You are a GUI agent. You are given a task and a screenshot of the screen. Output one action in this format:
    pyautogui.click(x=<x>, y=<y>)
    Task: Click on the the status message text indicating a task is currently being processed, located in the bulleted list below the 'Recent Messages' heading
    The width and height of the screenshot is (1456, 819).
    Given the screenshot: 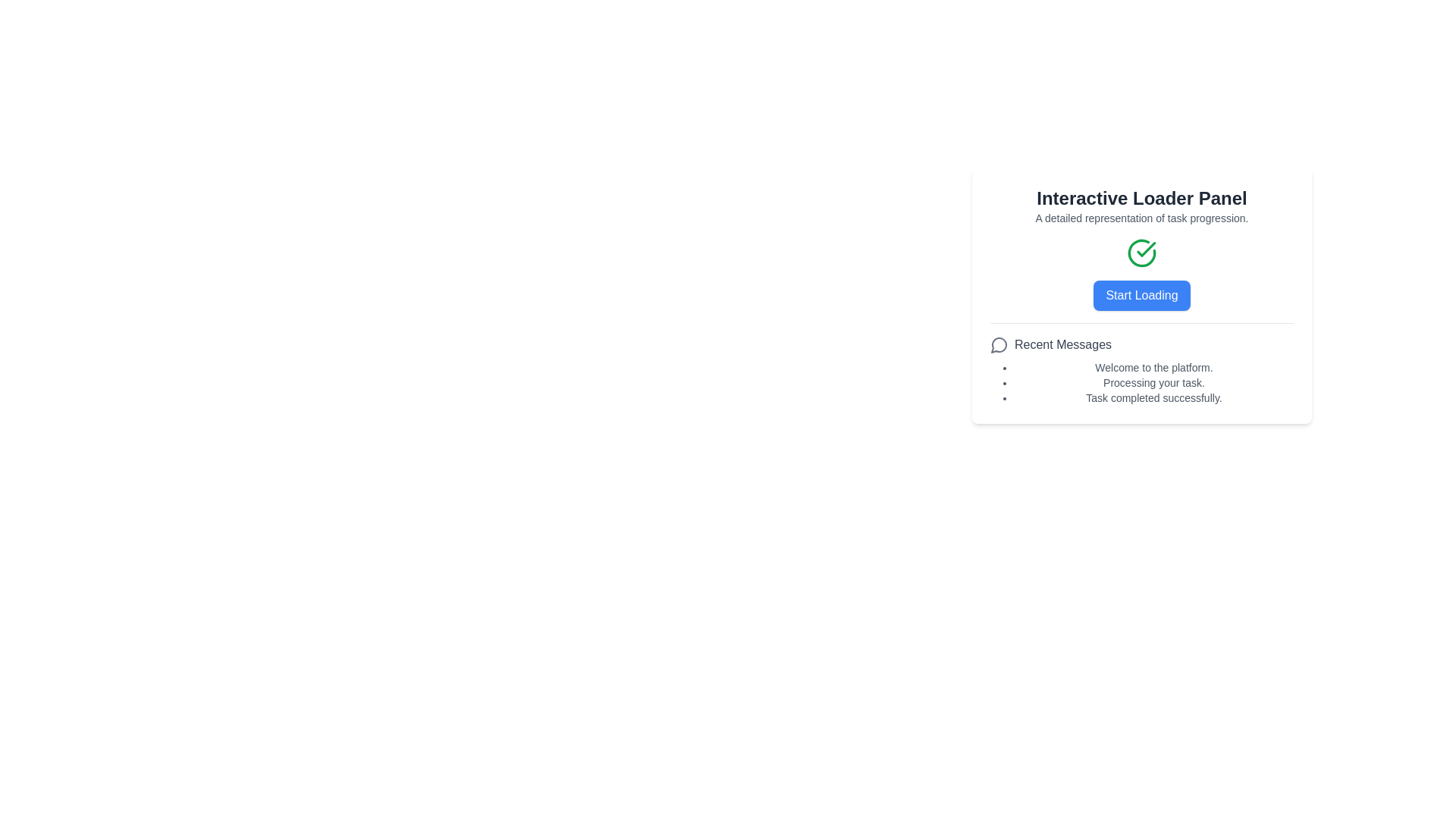 What is the action you would take?
    pyautogui.click(x=1153, y=382)
    